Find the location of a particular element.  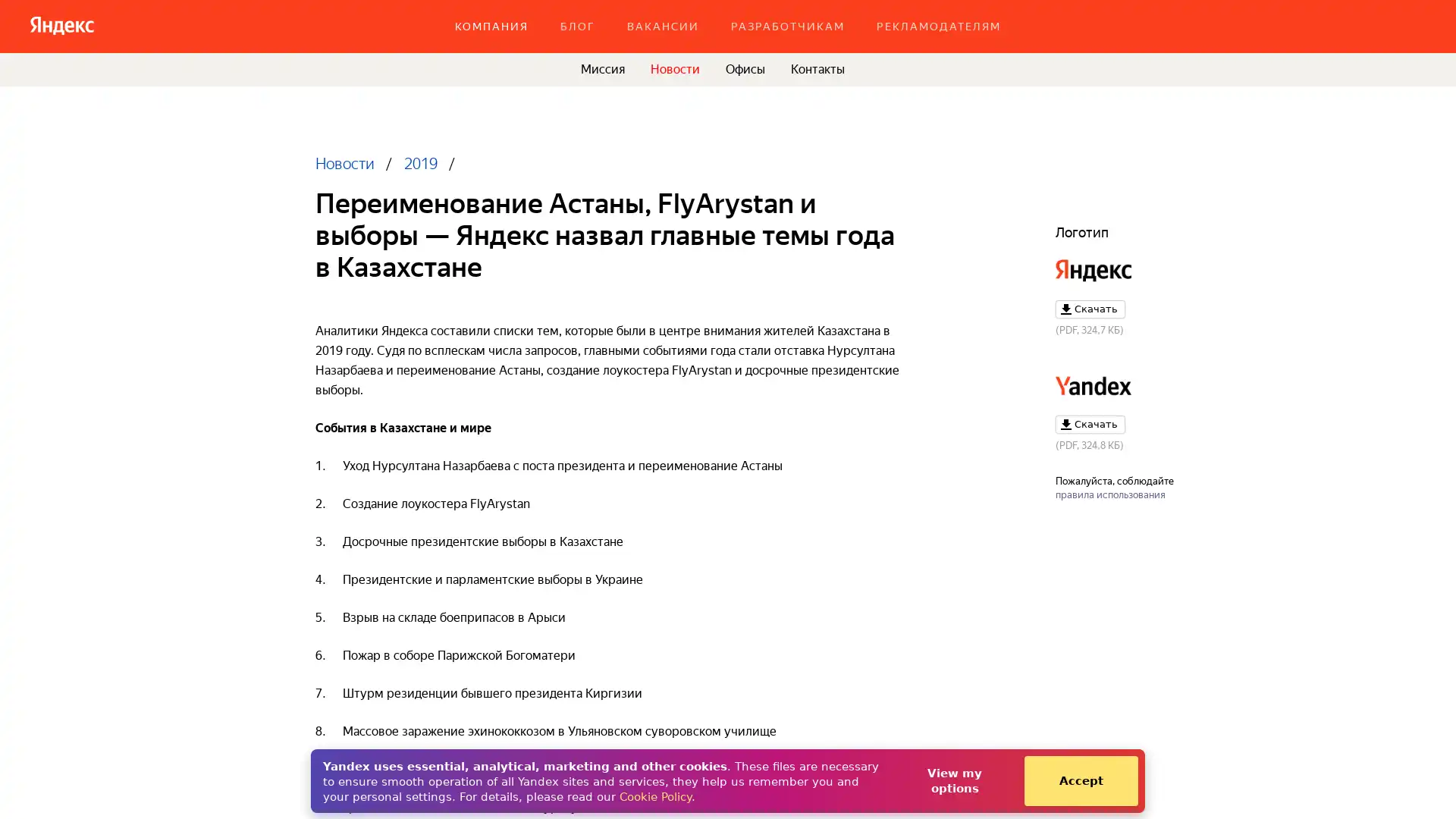

Accept is located at coordinates (1080, 780).